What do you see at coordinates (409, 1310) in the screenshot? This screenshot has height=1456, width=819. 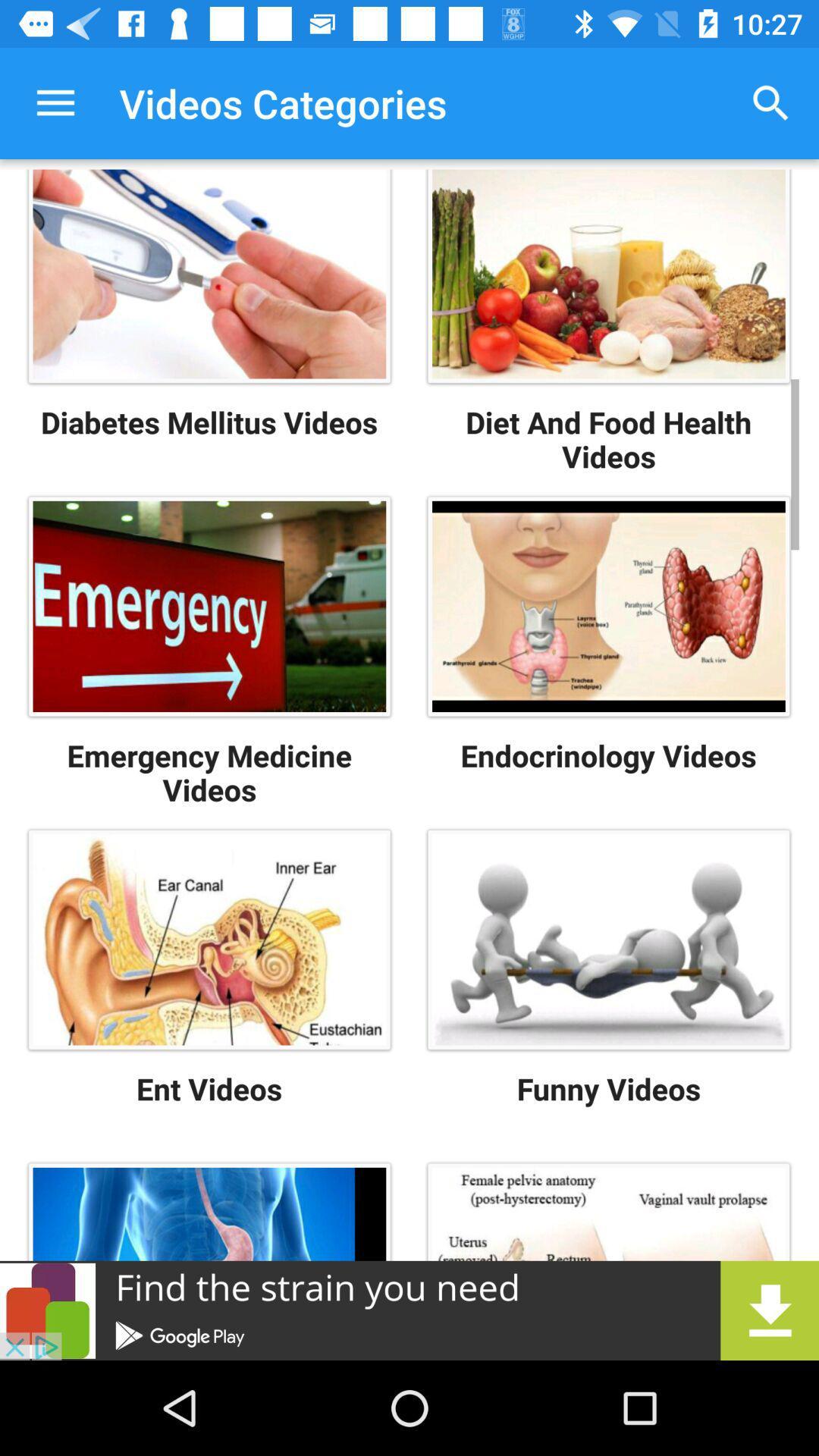 I see `advertisement option` at bounding box center [409, 1310].